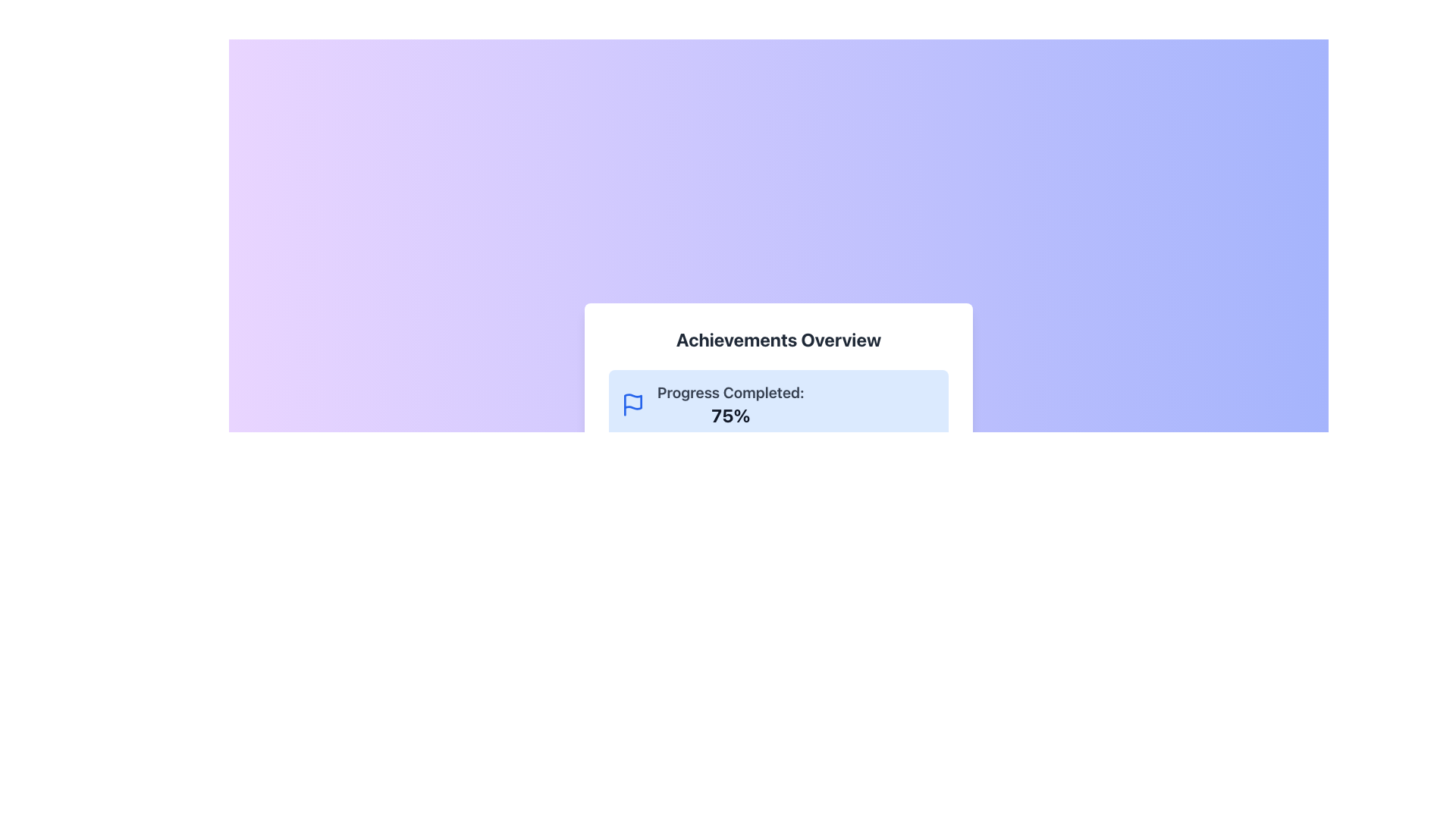  What do you see at coordinates (779, 403) in the screenshot?
I see `displayed information from the Status display box, which shows 'Progress Completed: 75%' with a light blue background and a flag icon` at bounding box center [779, 403].